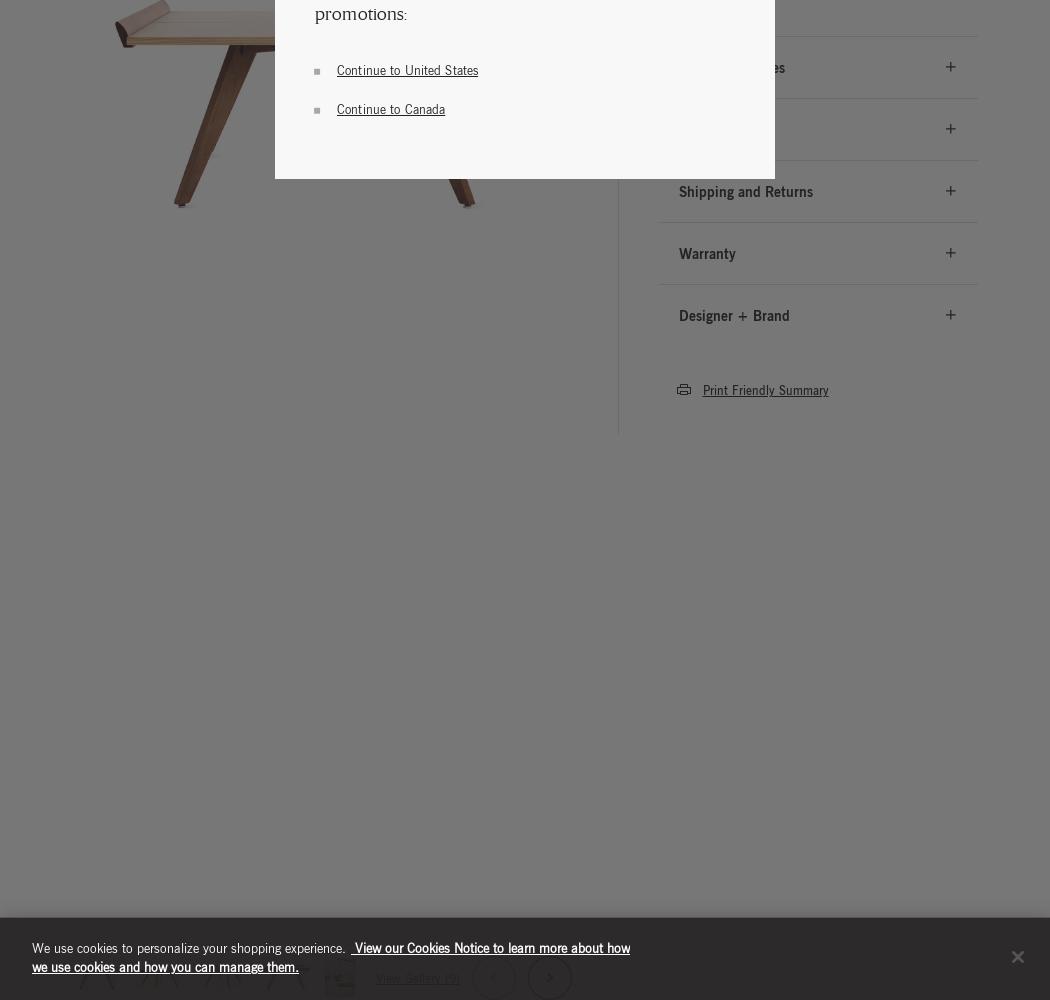 The width and height of the screenshot is (1050, 1000). I want to click on 'View Gallery (', so click(373, 976).